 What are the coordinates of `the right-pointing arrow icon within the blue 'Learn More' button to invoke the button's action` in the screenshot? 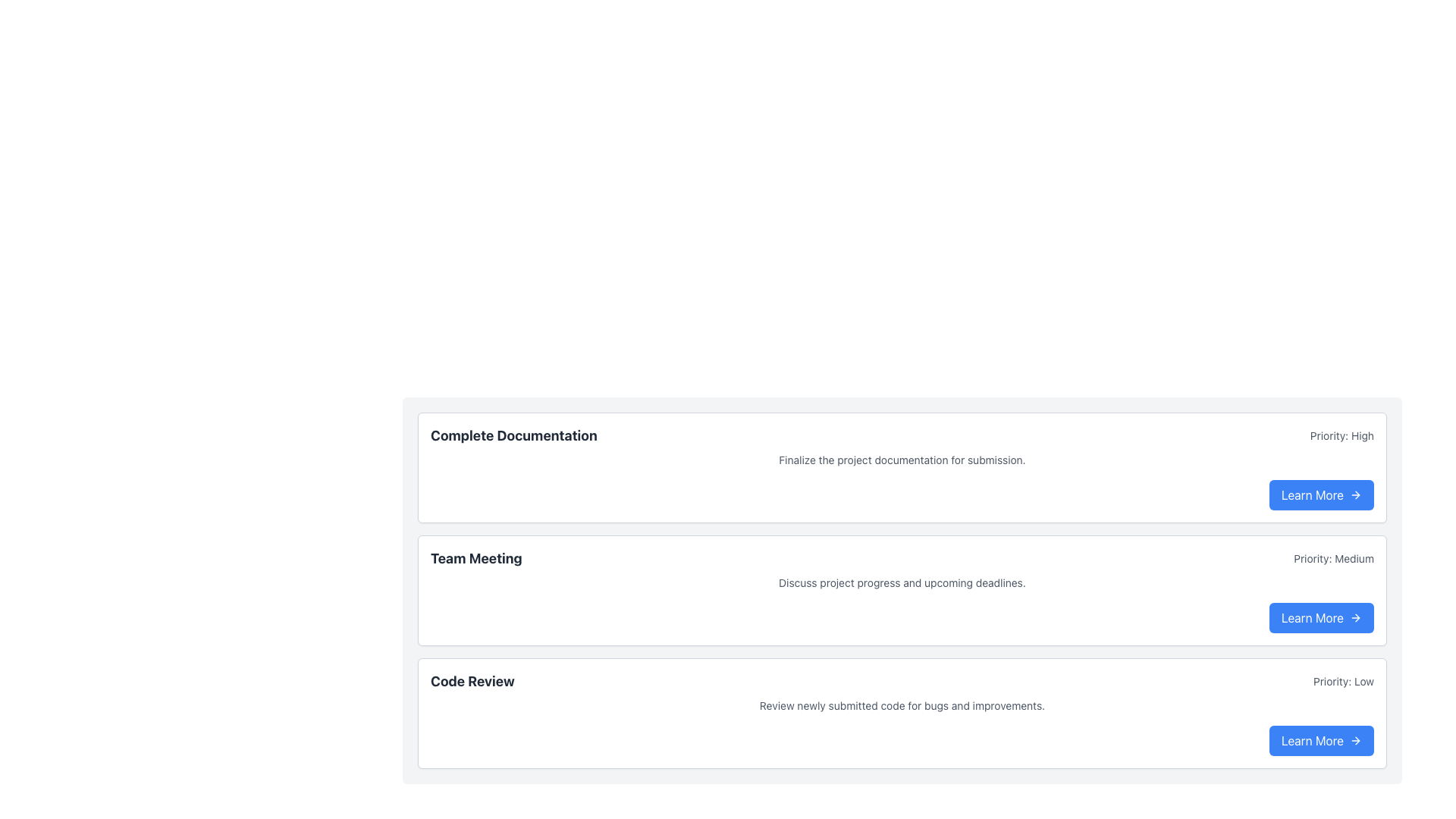 It's located at (1356, 739).